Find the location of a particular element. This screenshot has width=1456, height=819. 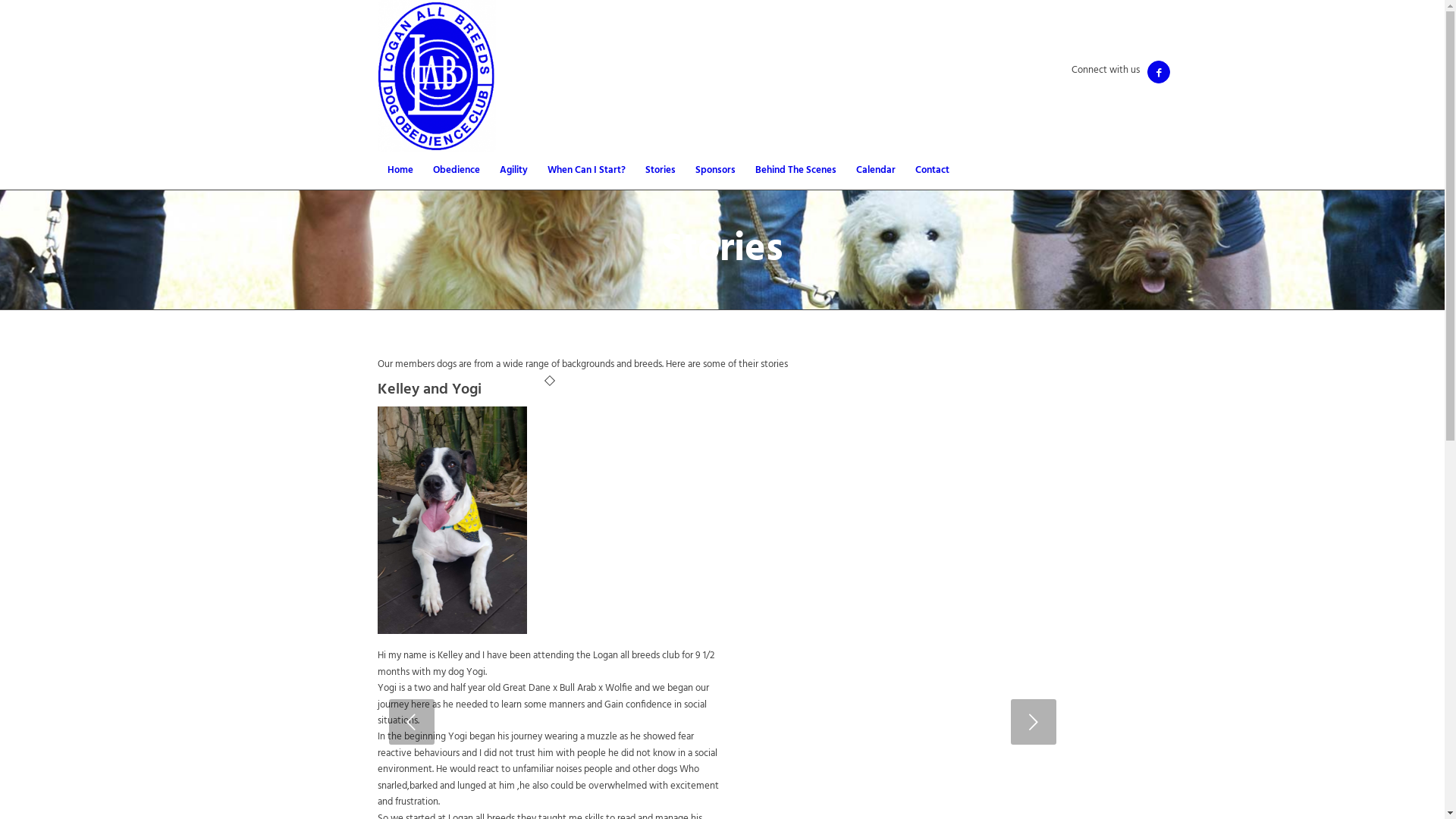

'Agility' is located at coordinates (490, 170).